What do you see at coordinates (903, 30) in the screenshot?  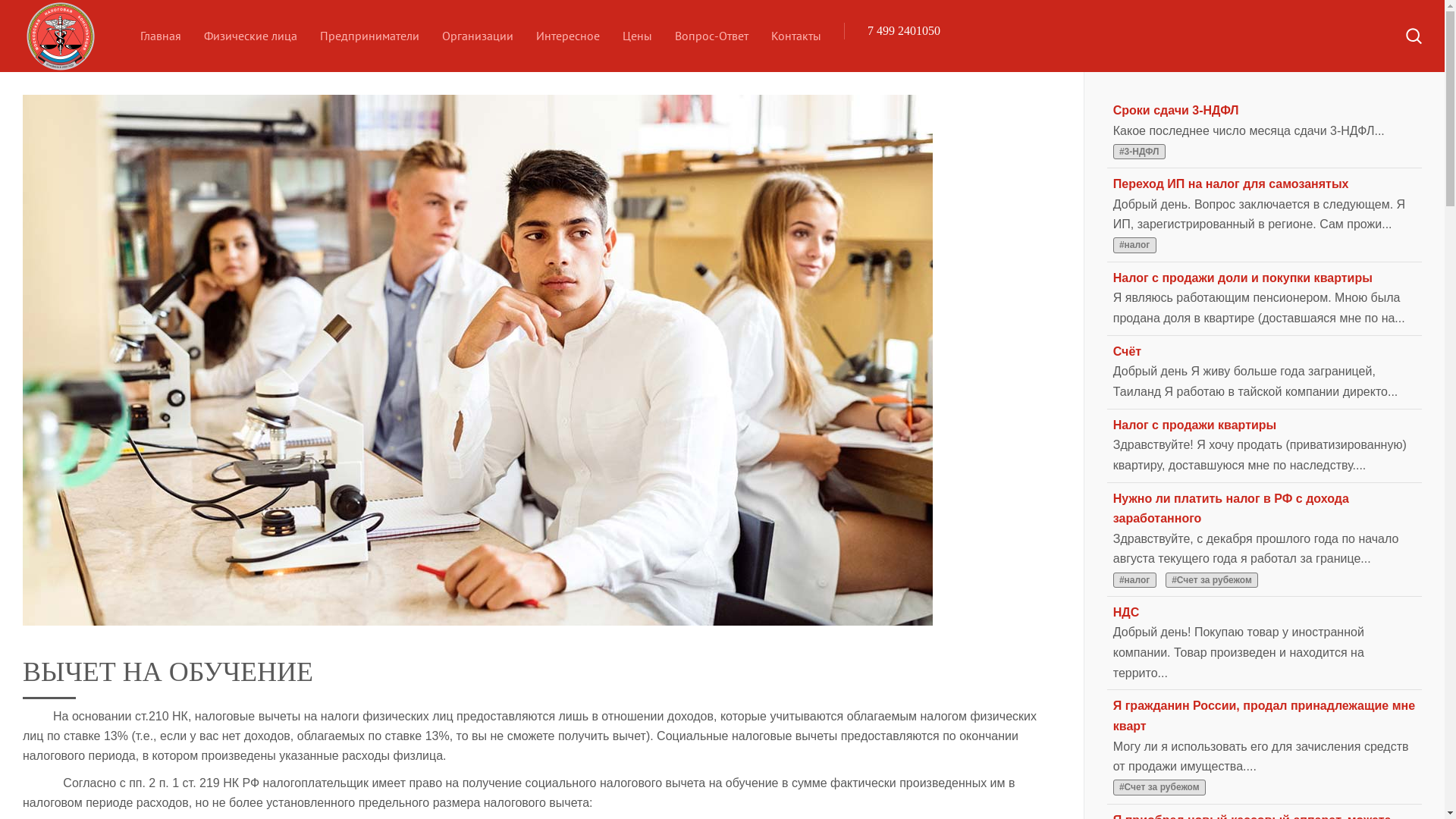 I see `'7 499 2401050'` at bounding box center [903, 30].